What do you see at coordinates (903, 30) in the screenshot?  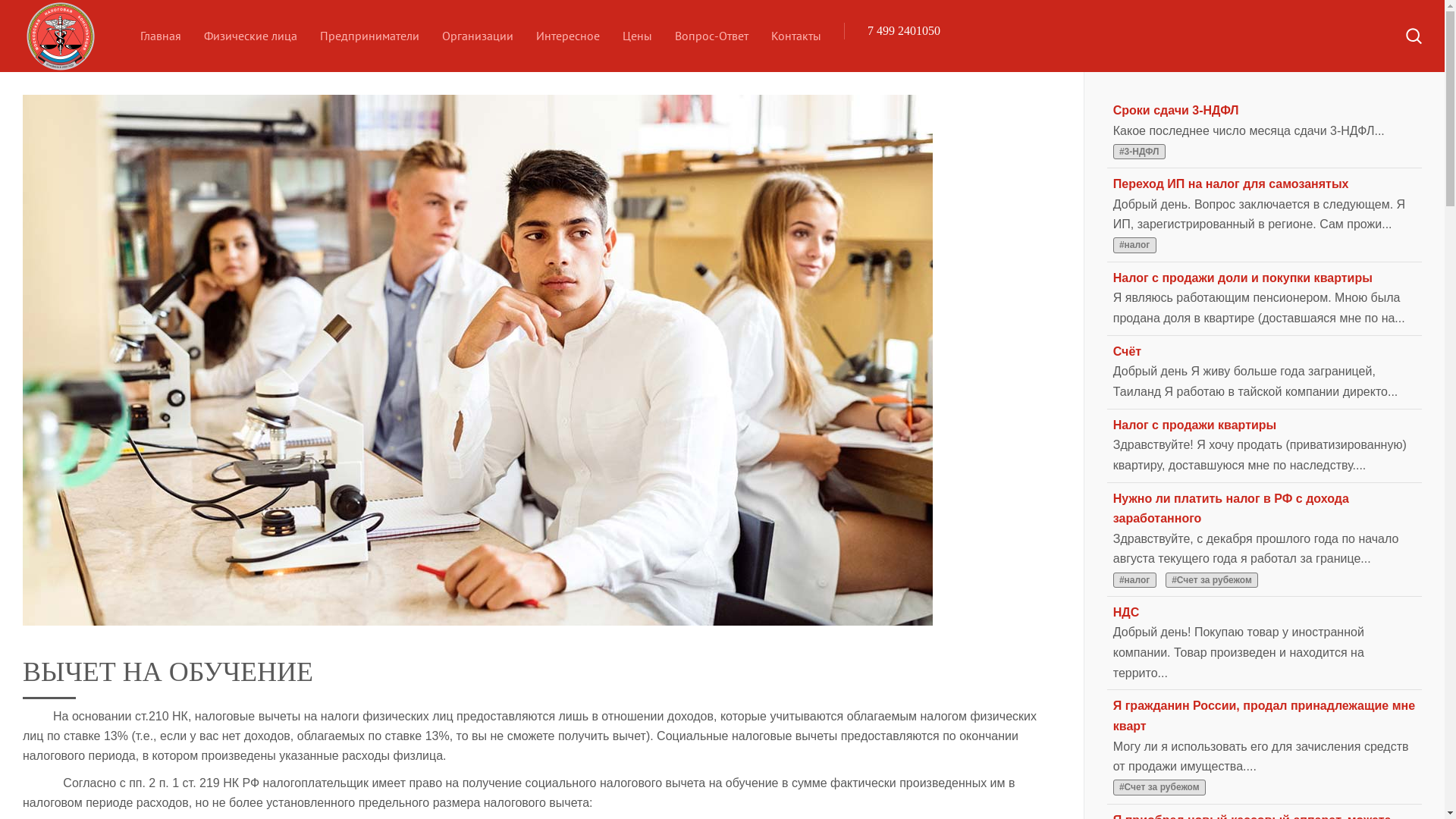 I see `'7 499 2401050'` at bounding box center [903, 30].